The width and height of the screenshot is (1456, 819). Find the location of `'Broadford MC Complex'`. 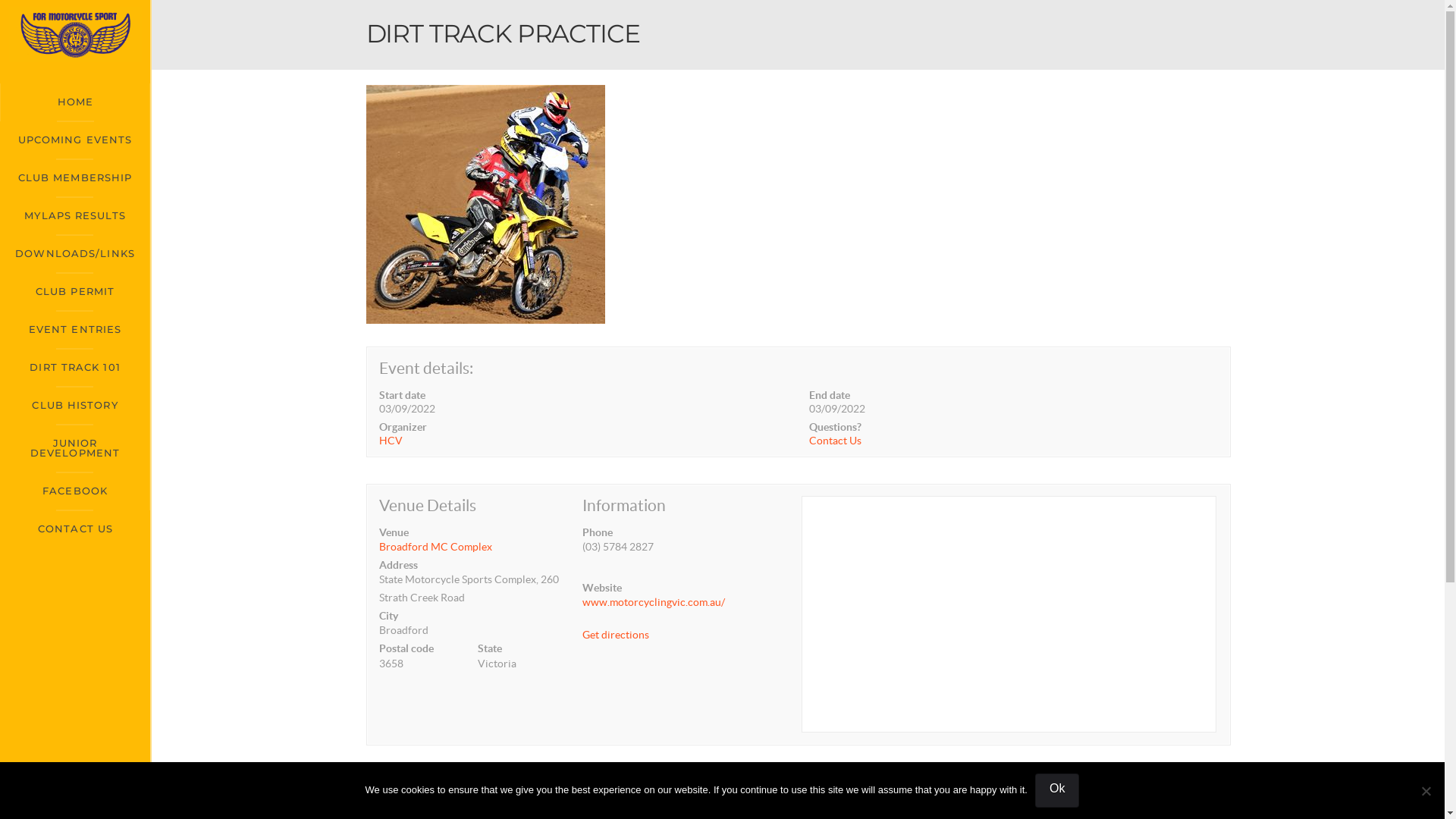

'Broadford MC Complex' is located at coordinates (475, 547).